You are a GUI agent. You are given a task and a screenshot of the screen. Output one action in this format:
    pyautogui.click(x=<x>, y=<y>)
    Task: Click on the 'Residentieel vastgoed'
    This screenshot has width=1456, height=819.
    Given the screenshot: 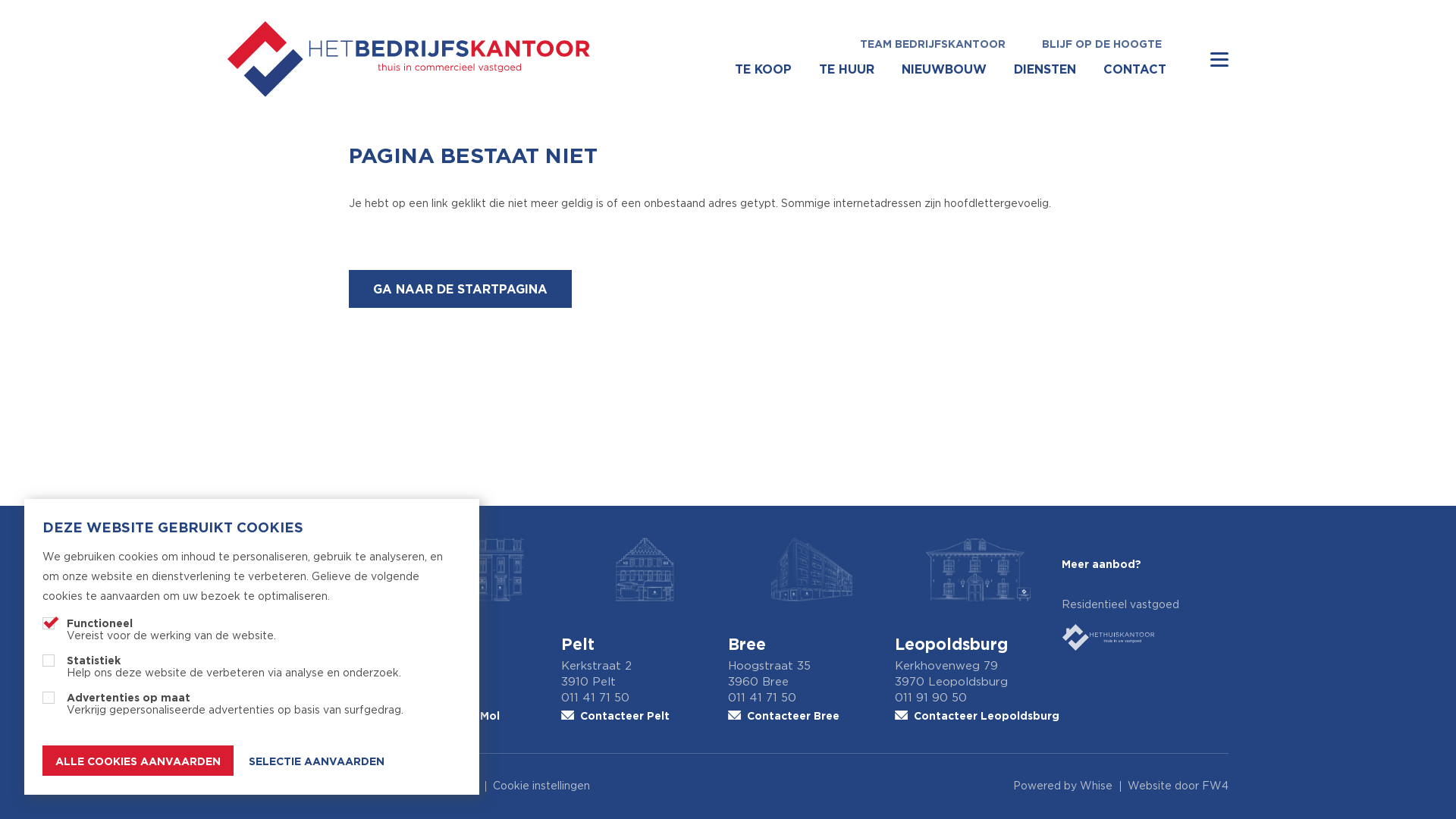 What is the action you would take?
    pyautogui.click(x=1145, y=626)
    